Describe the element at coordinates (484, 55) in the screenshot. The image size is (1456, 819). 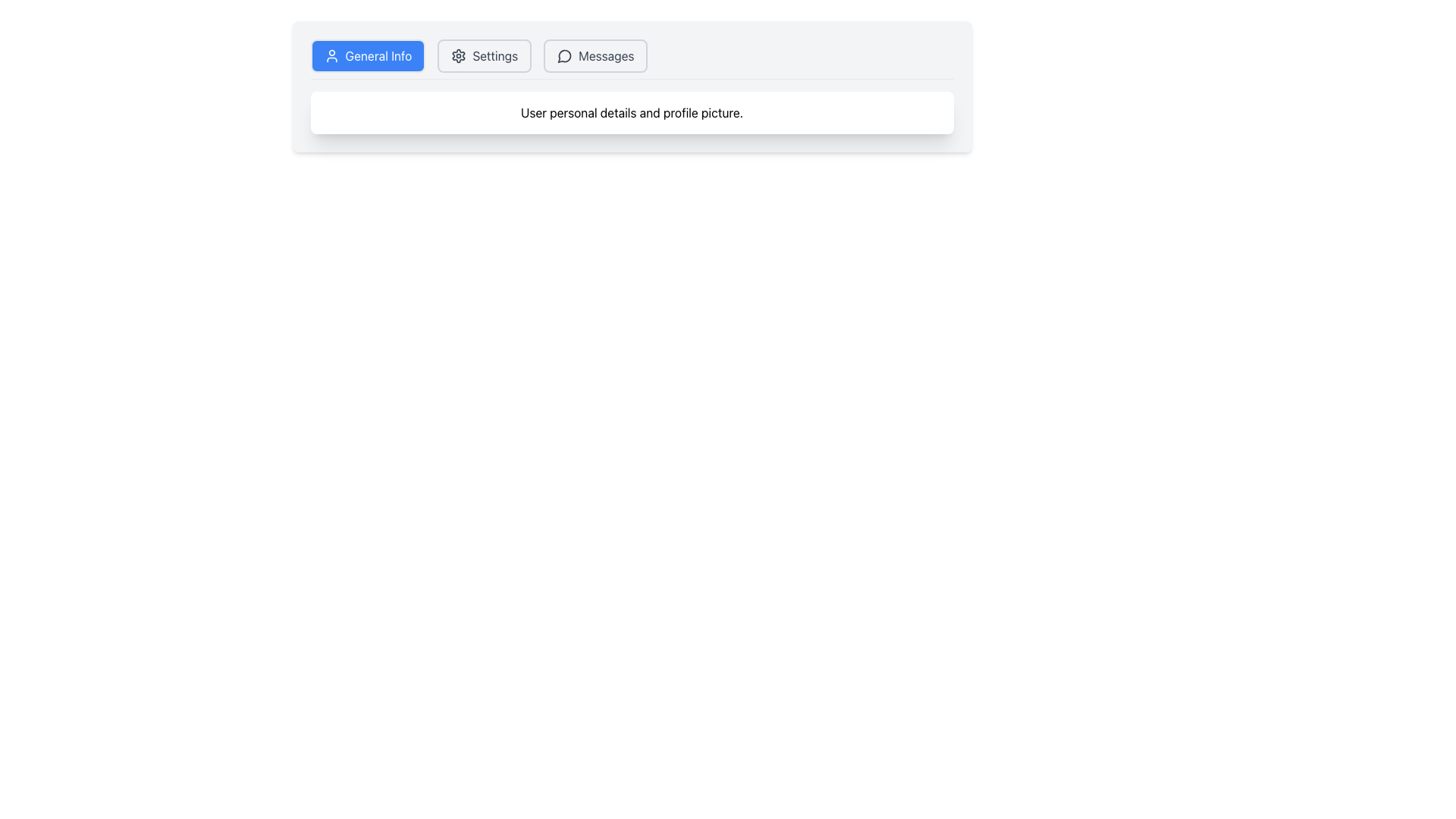
I see `the navigational button located between the 'General Info' and 'Messages' buttons` at that location.